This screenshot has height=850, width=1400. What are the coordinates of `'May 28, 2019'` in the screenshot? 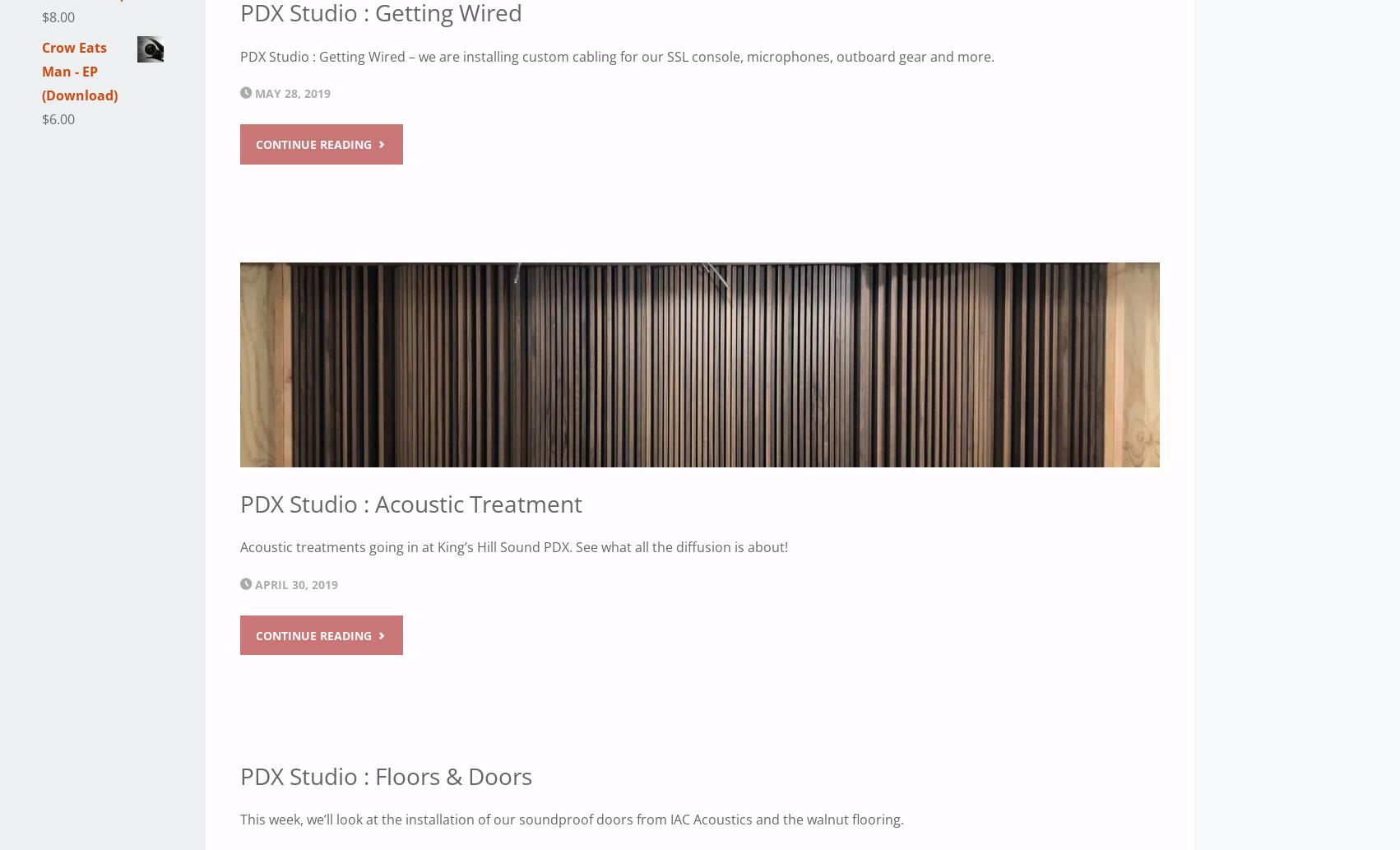 It's located at (293, 93).